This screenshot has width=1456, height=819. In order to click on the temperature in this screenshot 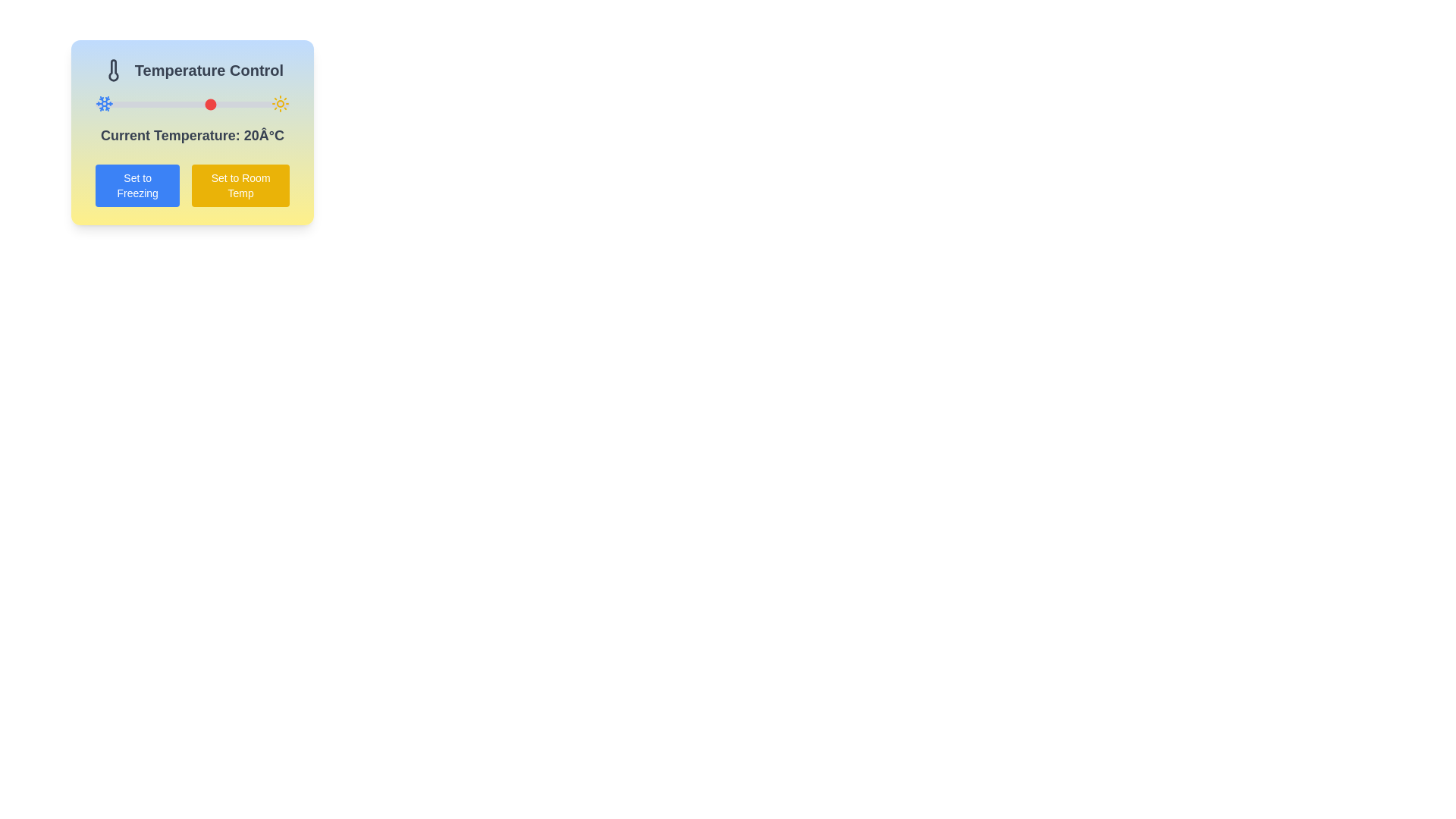, I will do `click(238, 104)`.